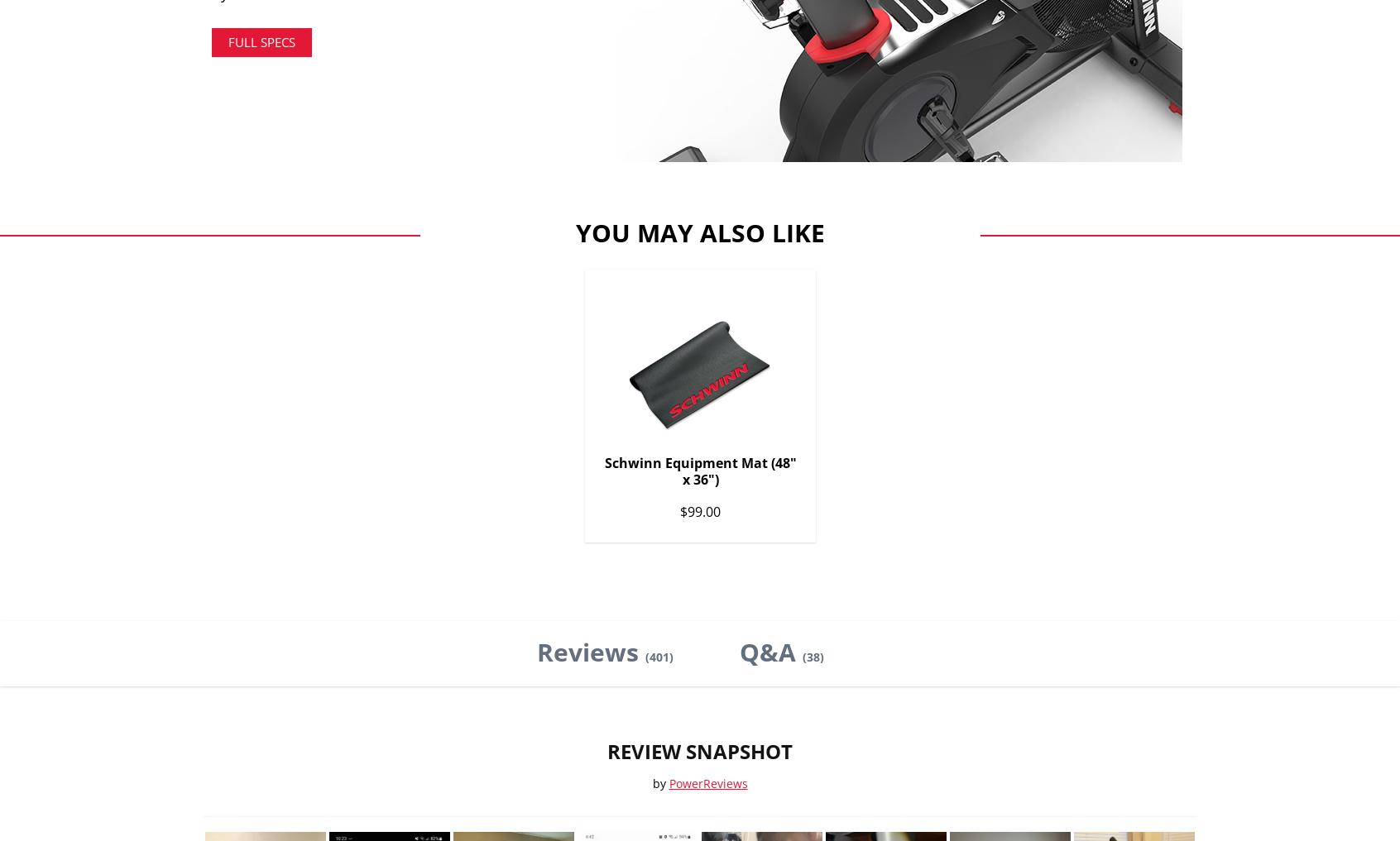 The image size is (1400, 841). I want to click on 'Full Specs', so click(261, 41).